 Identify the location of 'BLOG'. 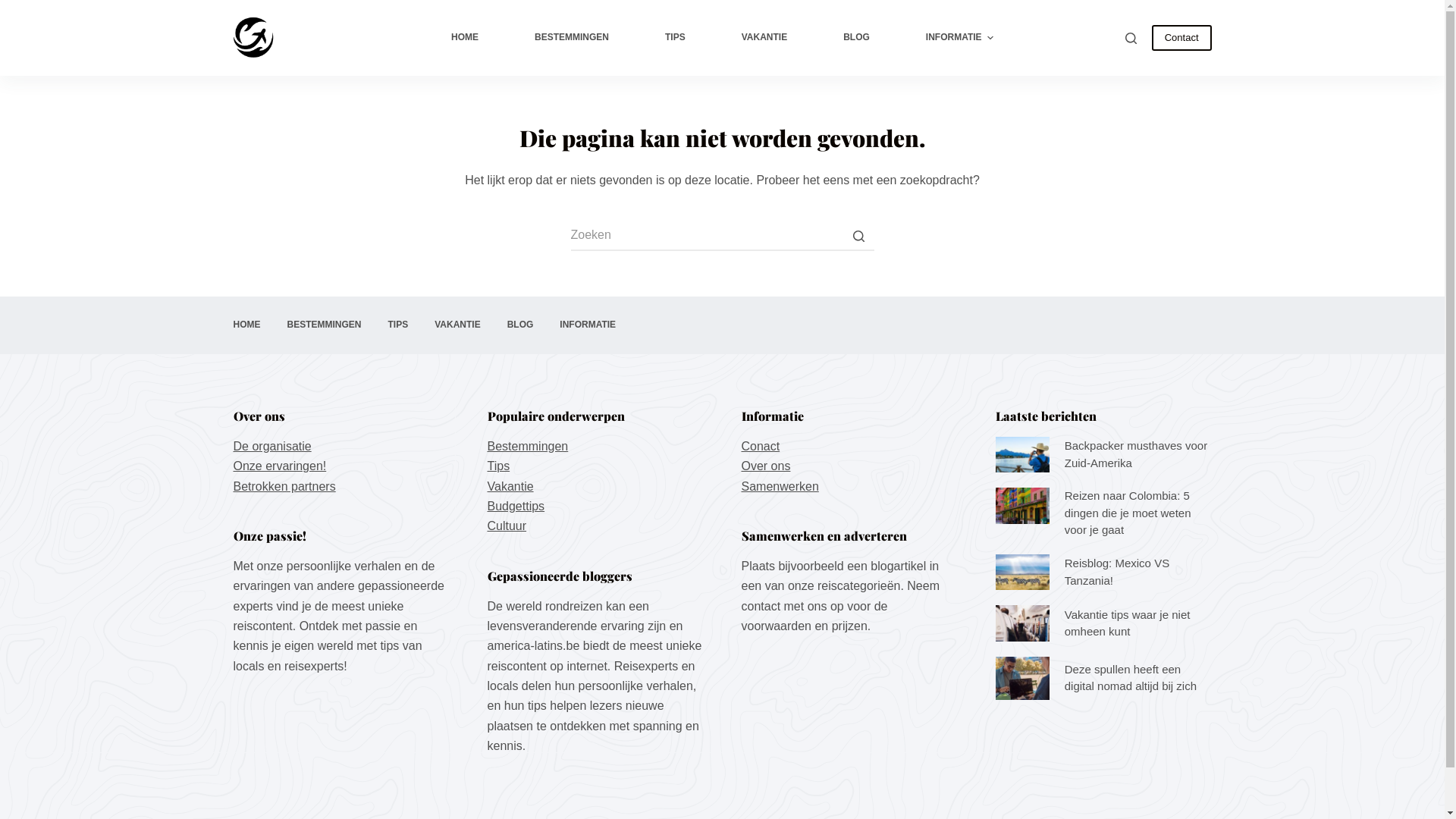
(520, 324).